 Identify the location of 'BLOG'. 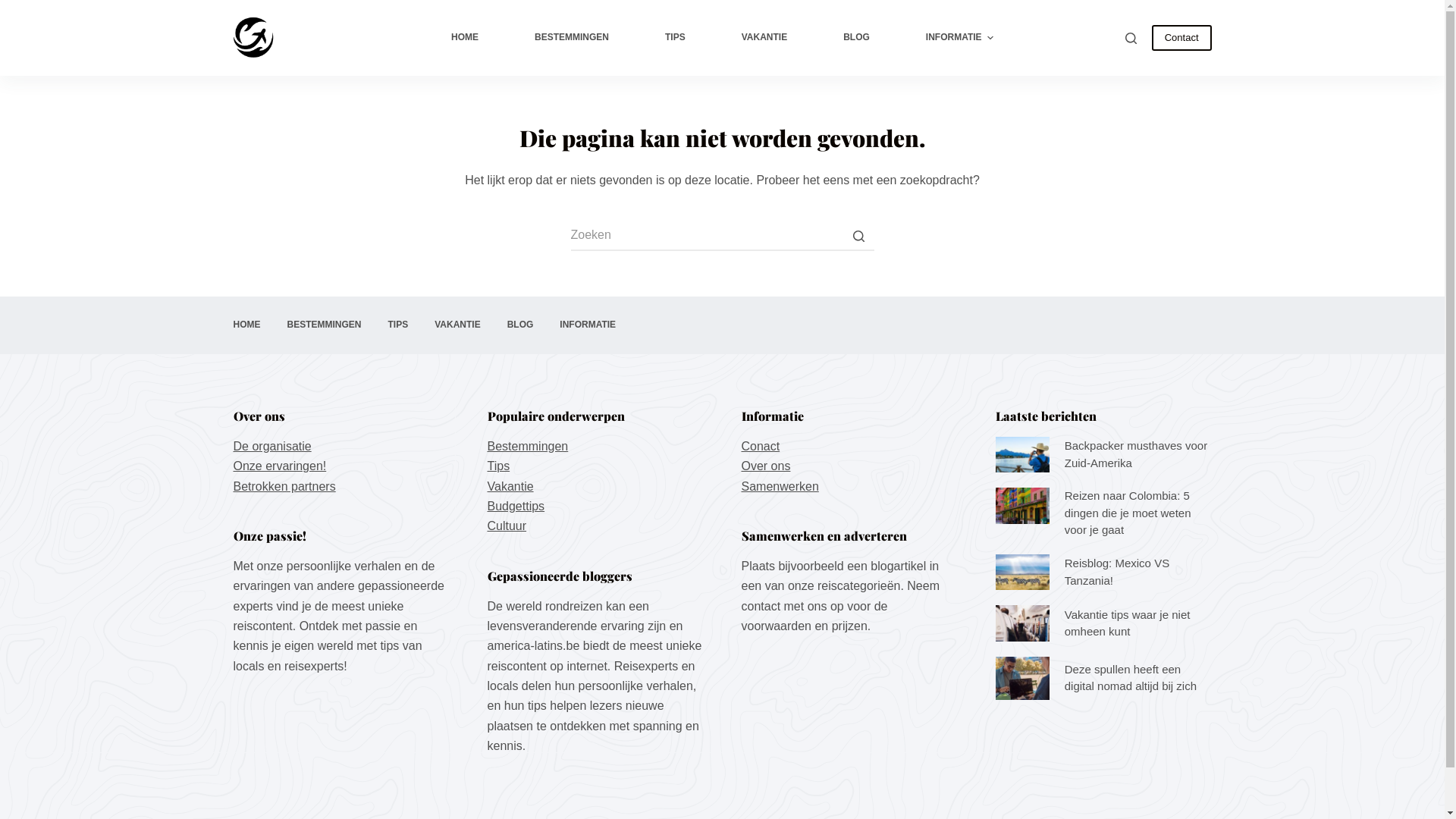
(520, 324).